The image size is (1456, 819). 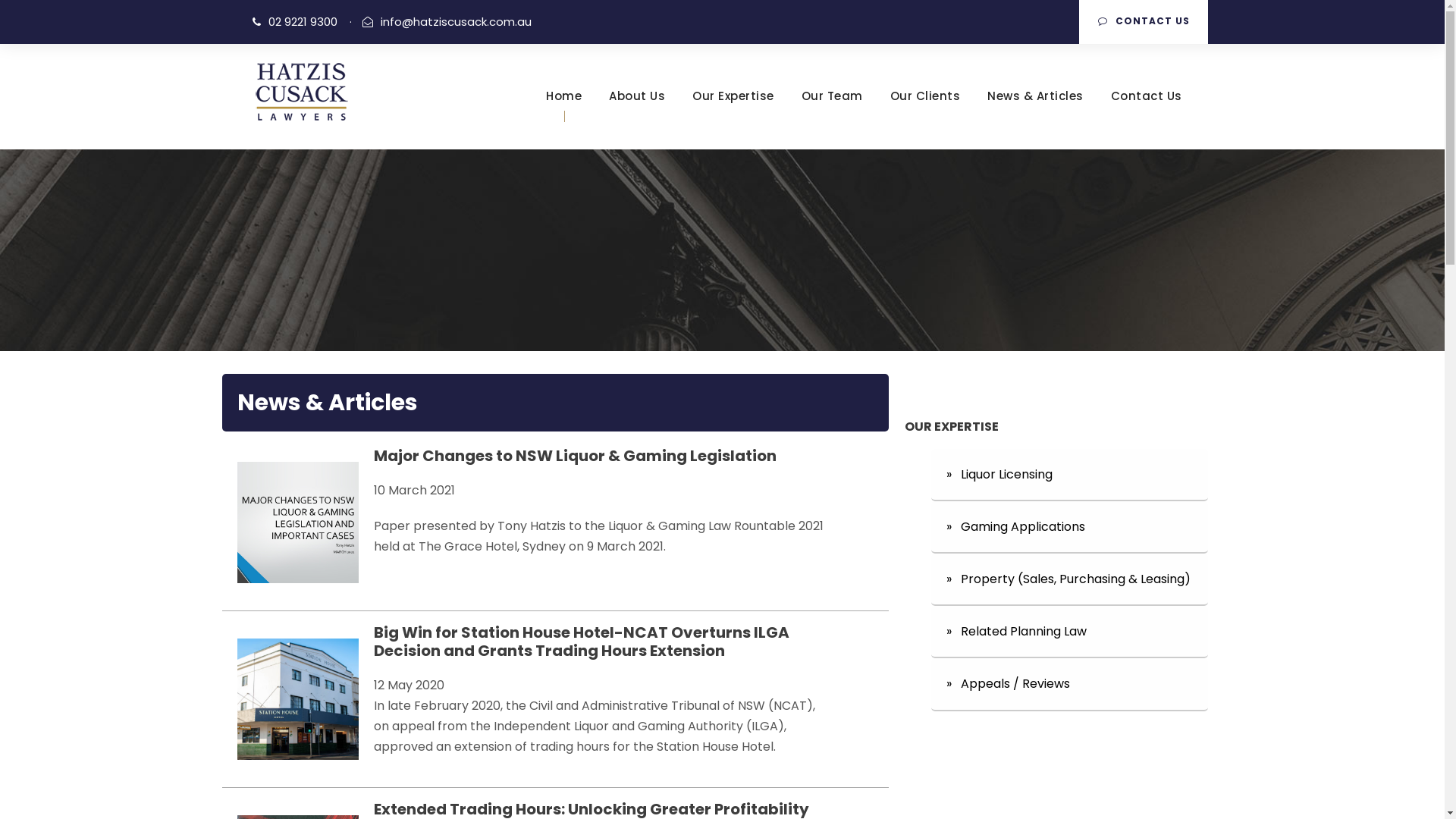 What do you see at coordinates (608, 117) in the screenshot?
I see `'About Us'` at bounding box center [608, 117].